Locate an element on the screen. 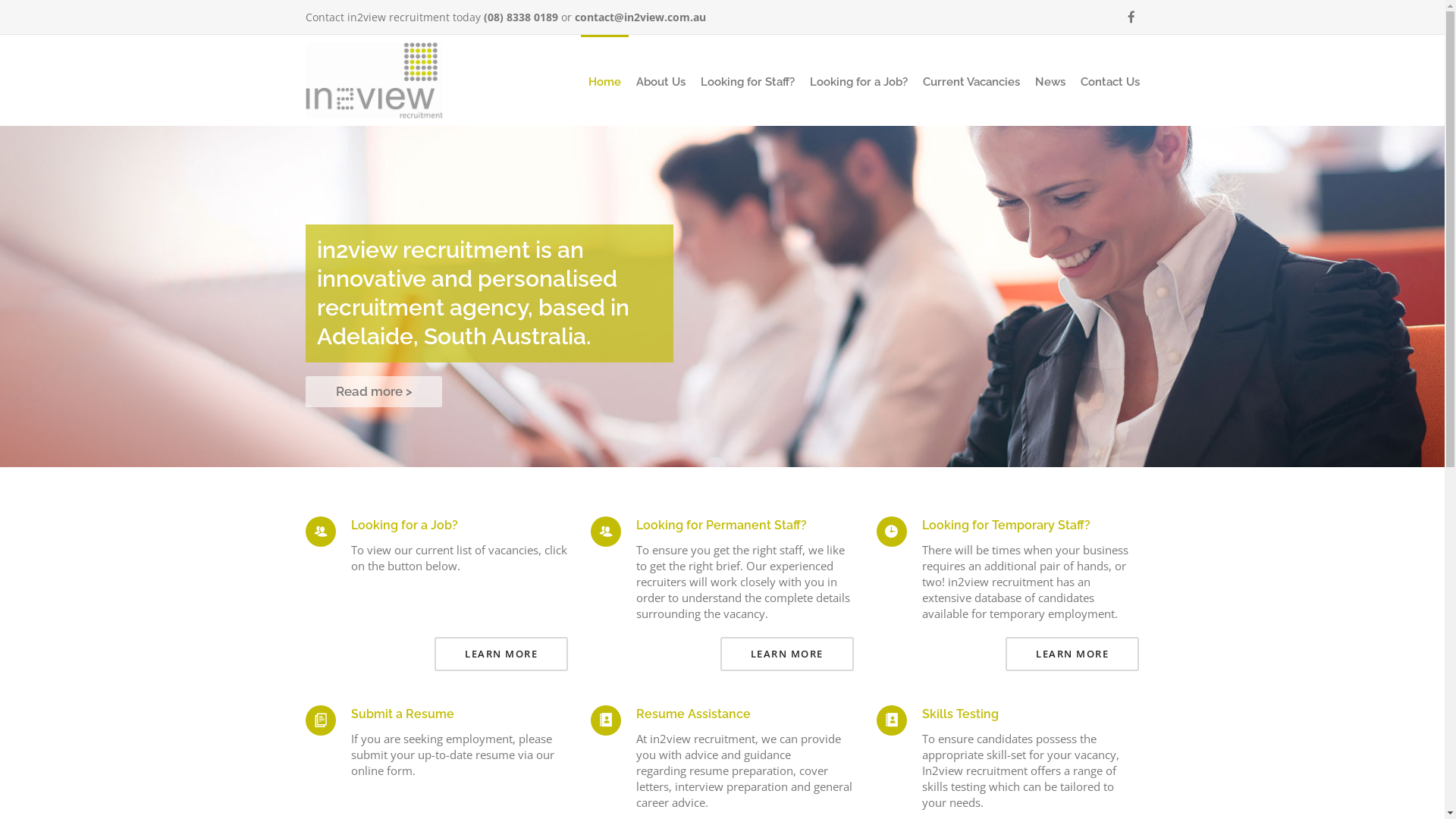  'Resume Assistance' is located at coordinates (636, 714).